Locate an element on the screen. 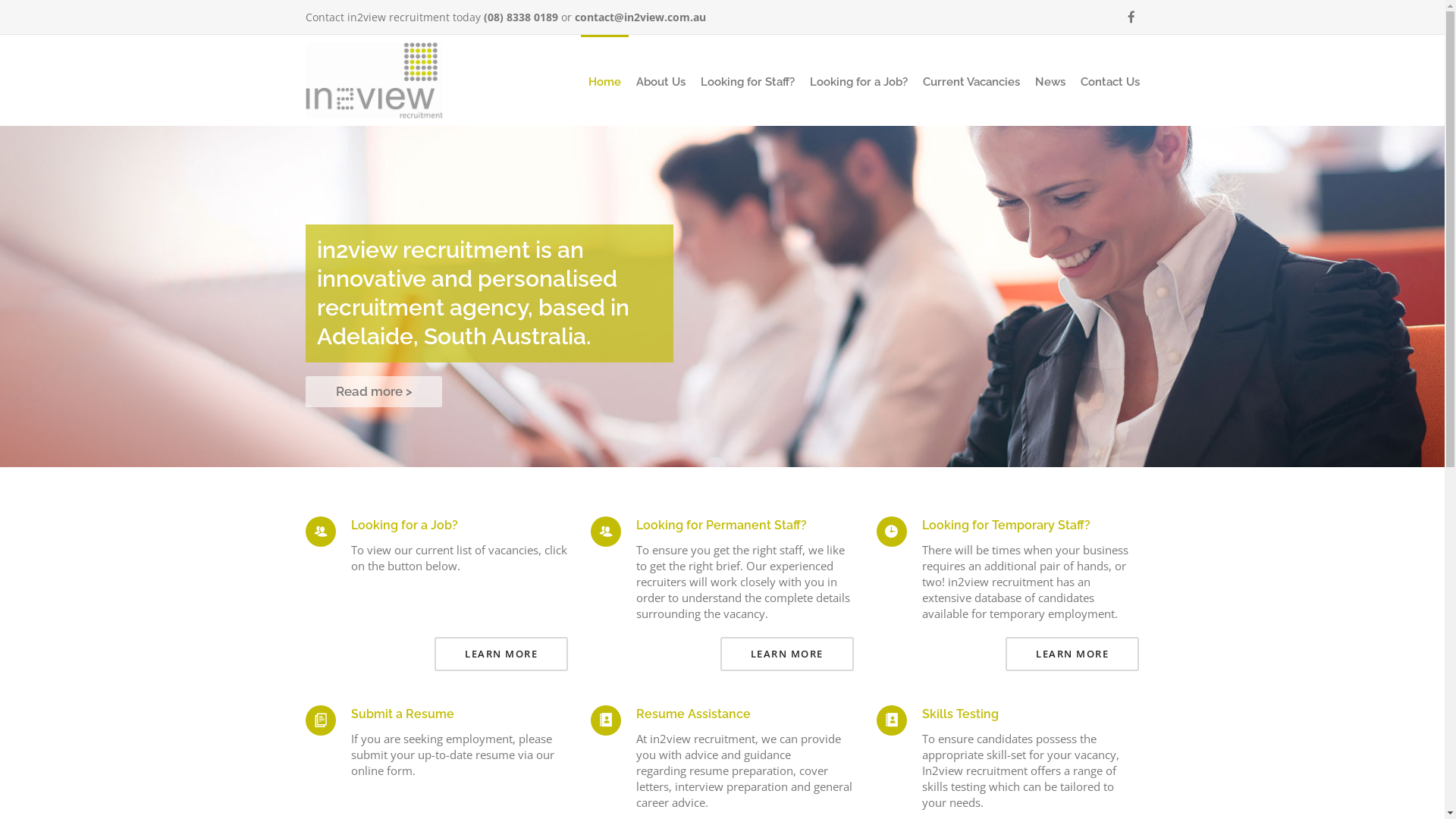  'Resume Assistance' is located at coordinates (636, 714).